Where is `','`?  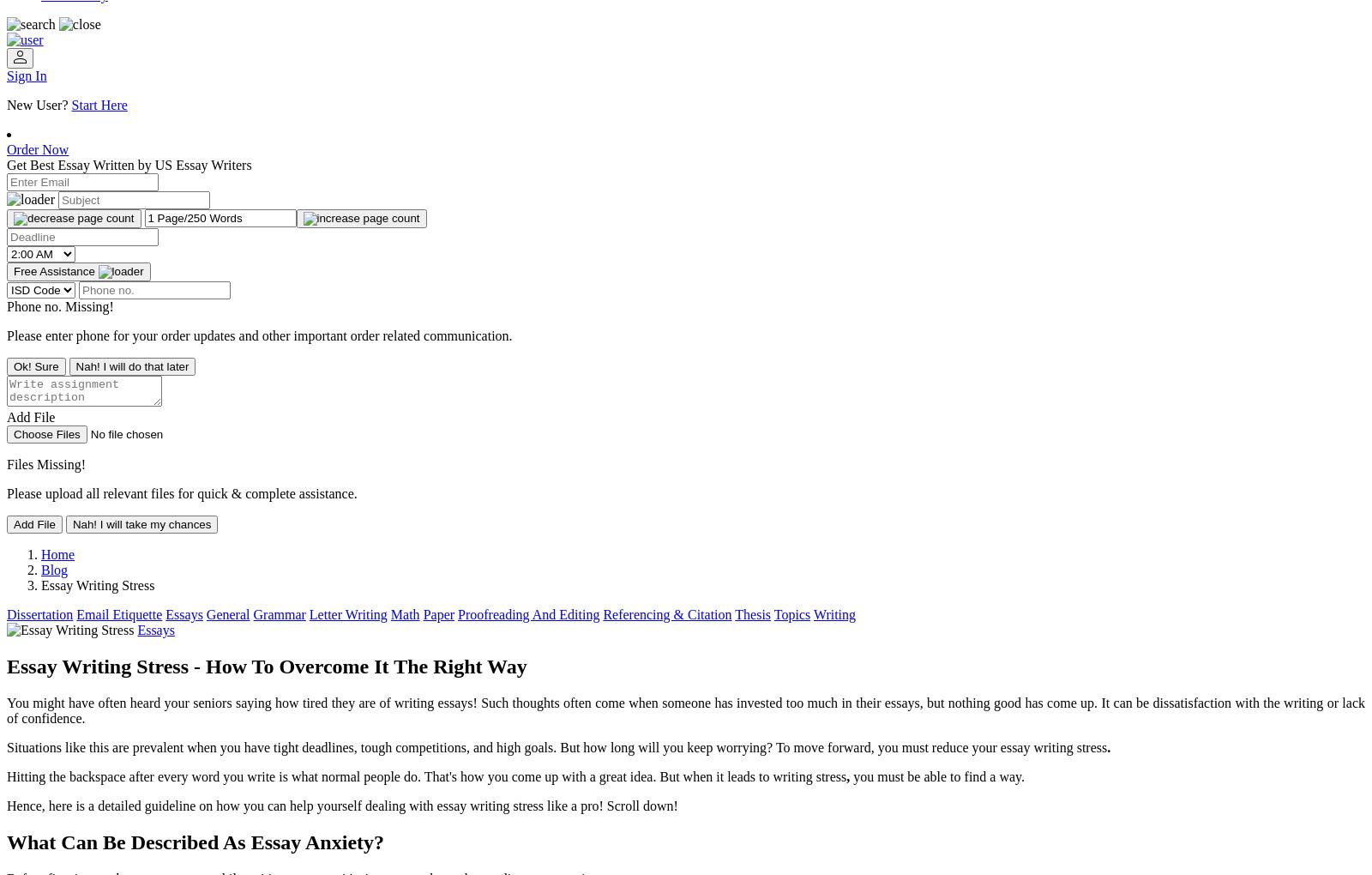
',' is located at coordinates (849, 775).